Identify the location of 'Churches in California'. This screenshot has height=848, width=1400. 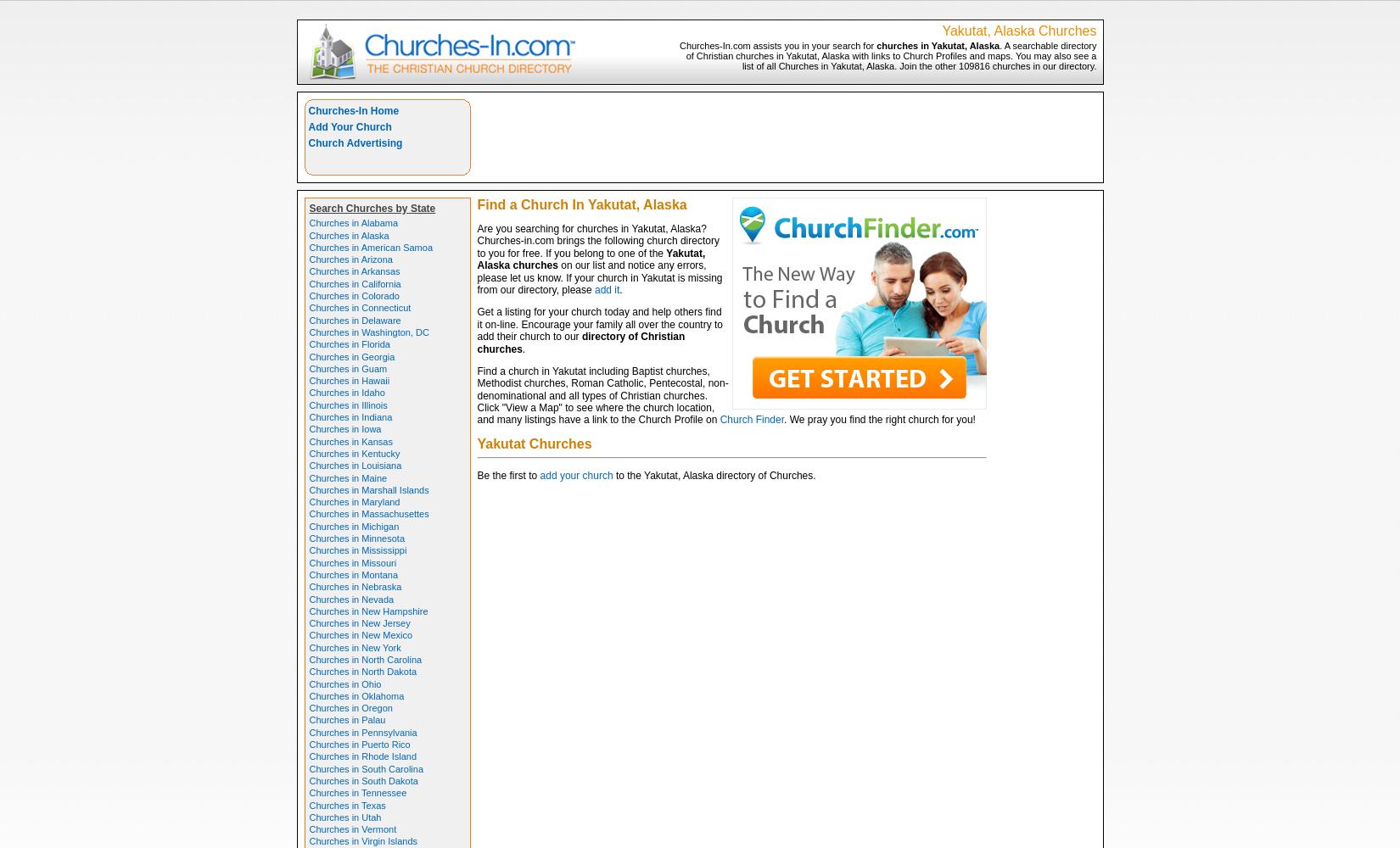
(353, 282).